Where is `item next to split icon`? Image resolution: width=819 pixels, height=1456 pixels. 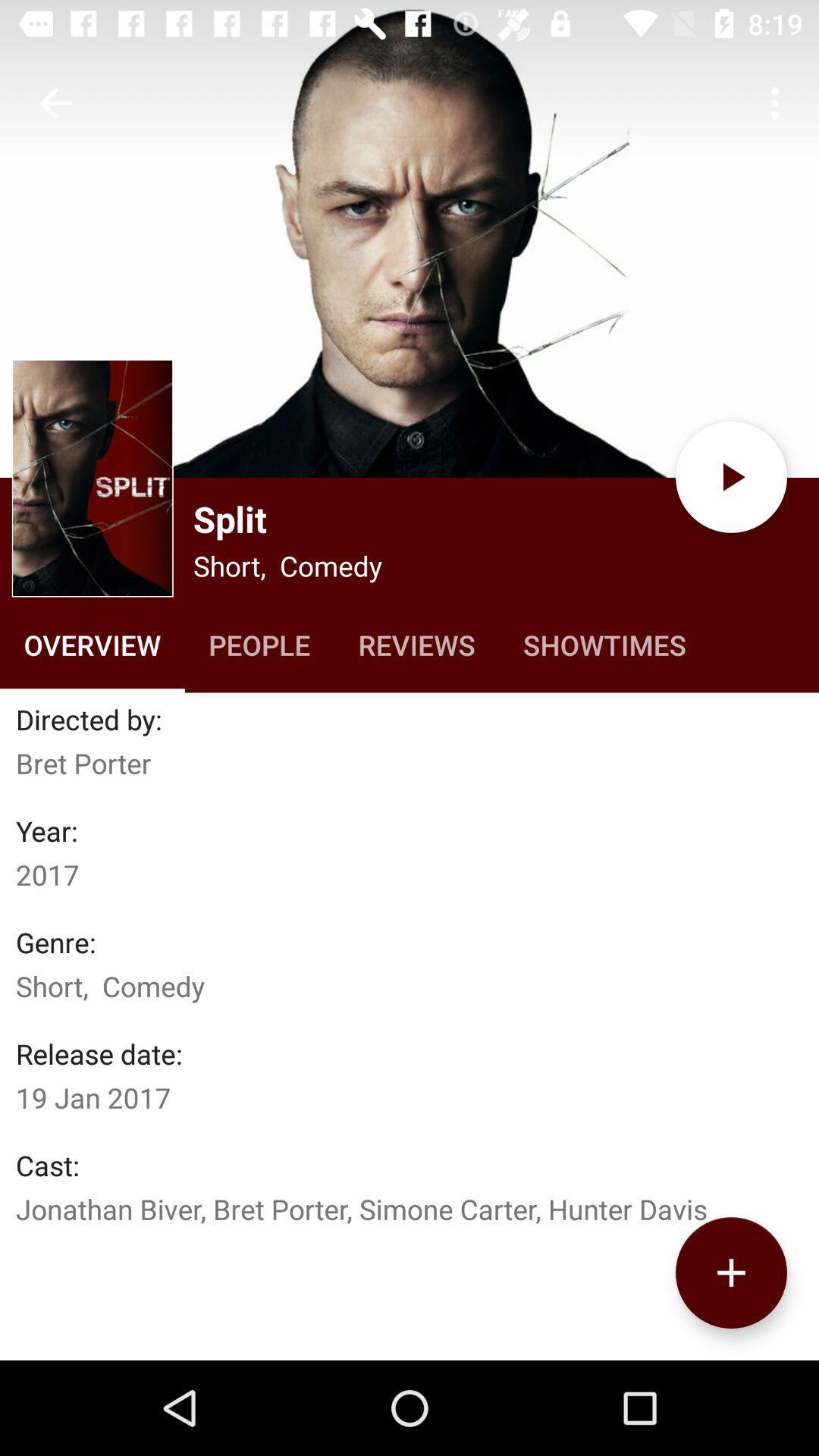 item next to split icon is located at coordinates (93, 477).